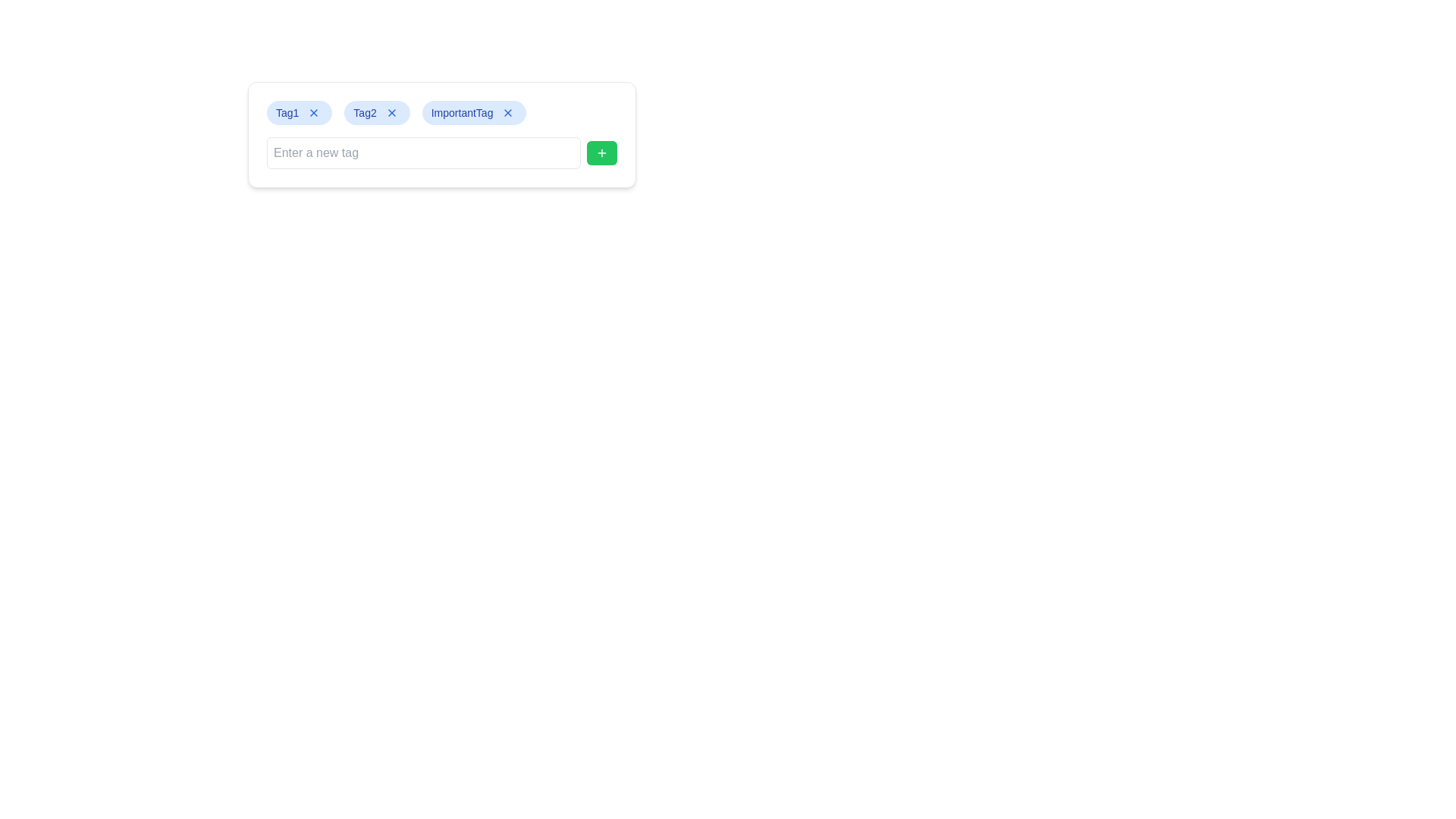 This screenshot has height=819, width=1456. What do you see at coordinates (508, 112) in the screenshot?
I see `the close or delete button located at the right end of the 'ImportantTag' tag` at bounding box center [508, 112].